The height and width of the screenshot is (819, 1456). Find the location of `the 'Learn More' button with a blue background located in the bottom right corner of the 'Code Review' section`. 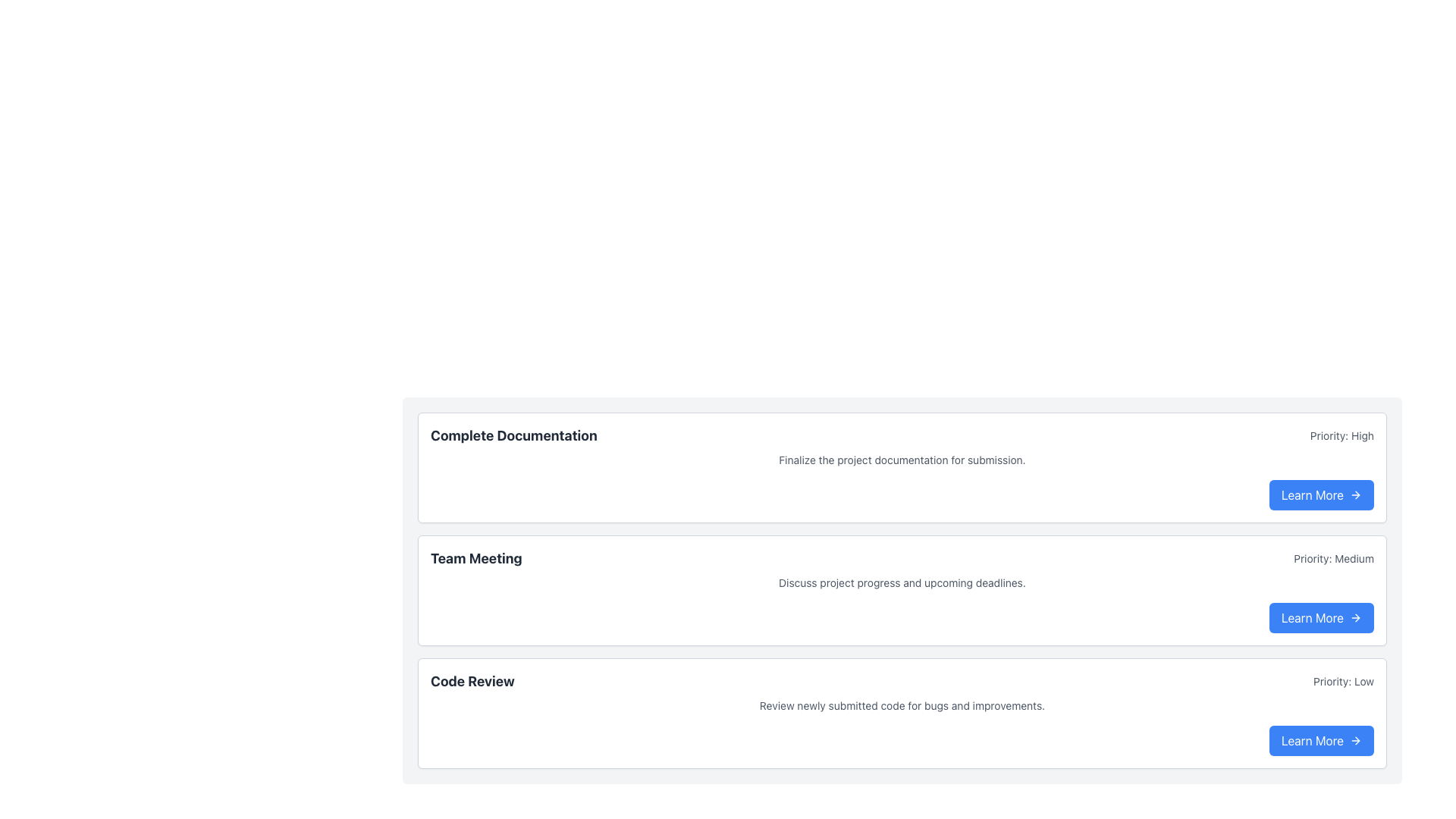

the 'Learn More' button with a blue background located in the bottom right corner of the 'Code Review' section is located at coordinates (1320, 739).